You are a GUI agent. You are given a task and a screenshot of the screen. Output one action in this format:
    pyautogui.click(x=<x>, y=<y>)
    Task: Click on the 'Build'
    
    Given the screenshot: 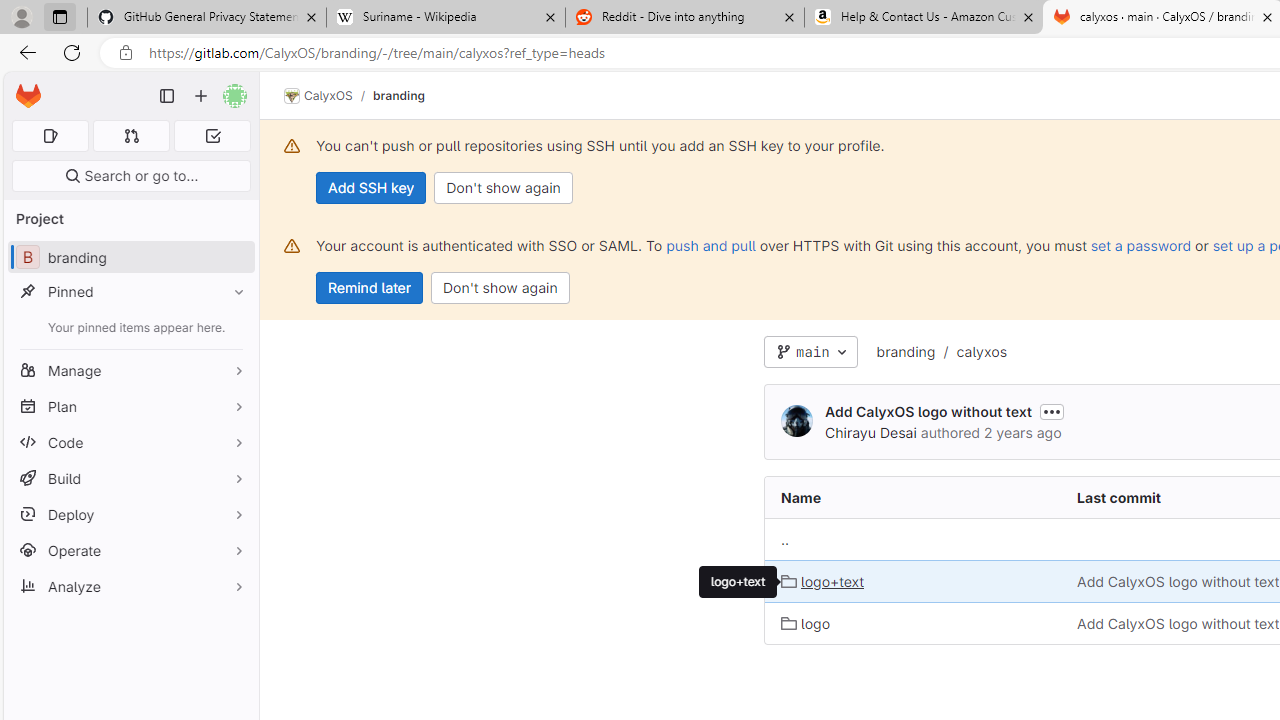 What is the action you would take?
    pyautogui.click(x=130, y=478)
    